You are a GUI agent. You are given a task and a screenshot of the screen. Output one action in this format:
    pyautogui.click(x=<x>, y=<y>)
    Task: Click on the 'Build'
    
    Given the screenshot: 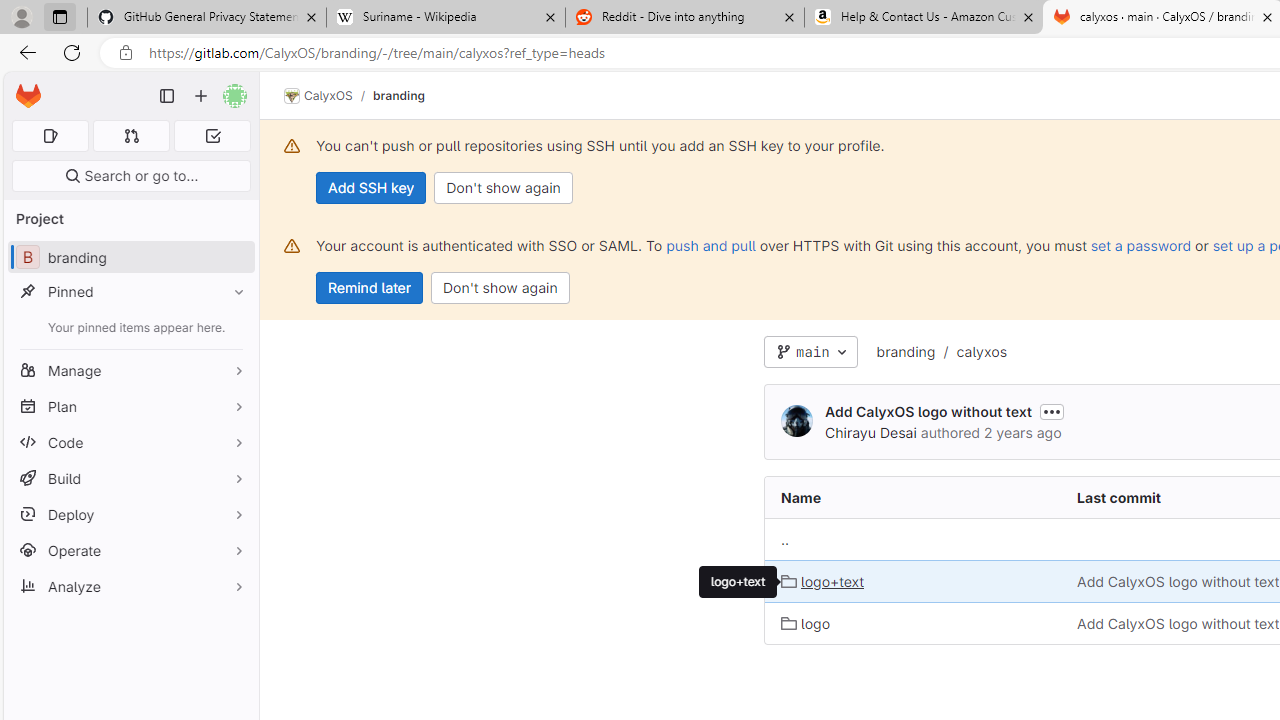 What is the action you would take?
    pyautogui.click(x=130, y=478)
    